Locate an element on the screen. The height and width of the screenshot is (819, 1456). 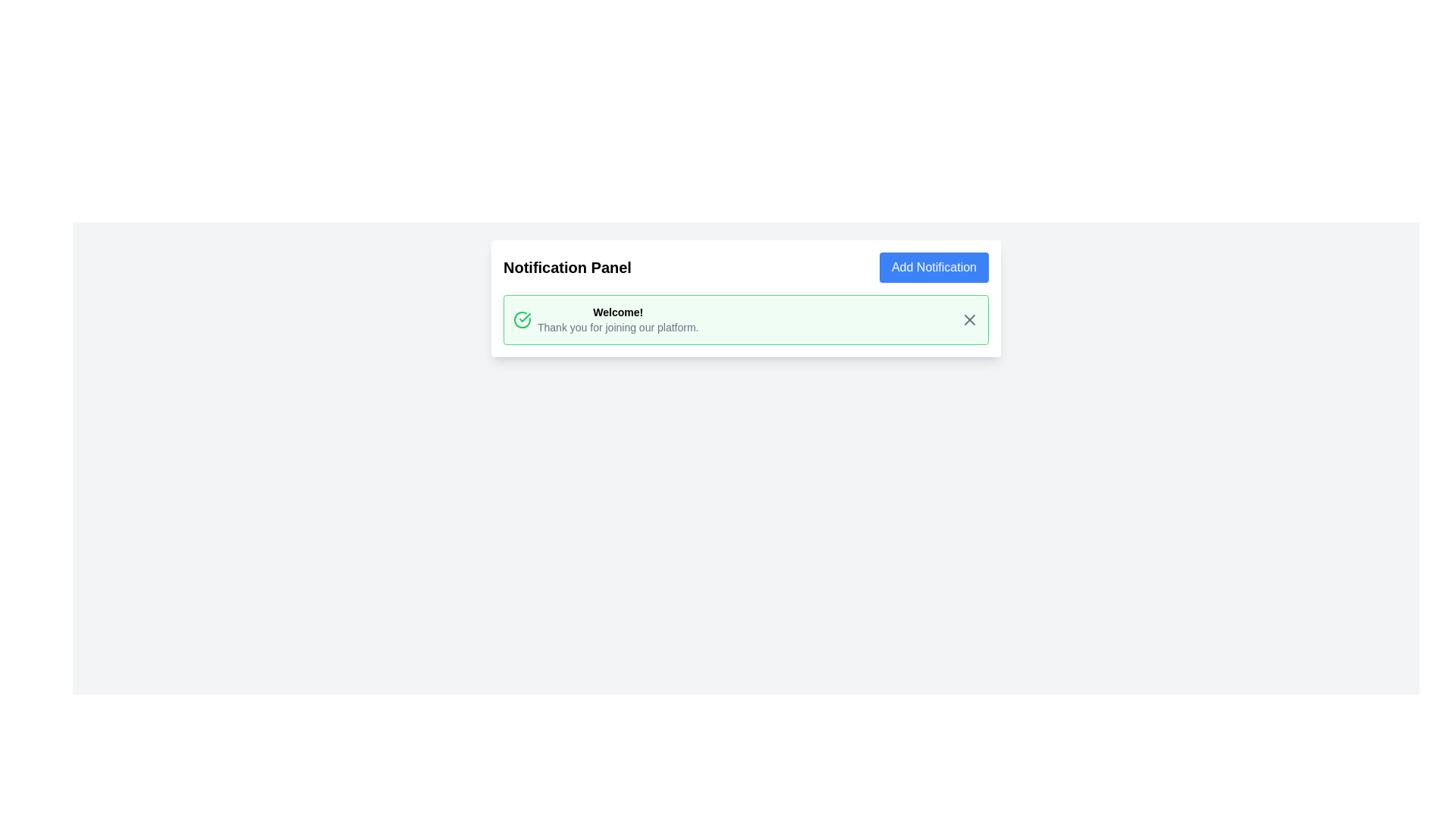
the close button located in the top-right corner of the notification box with a green border to change its color is located at coordinates (968, 318).